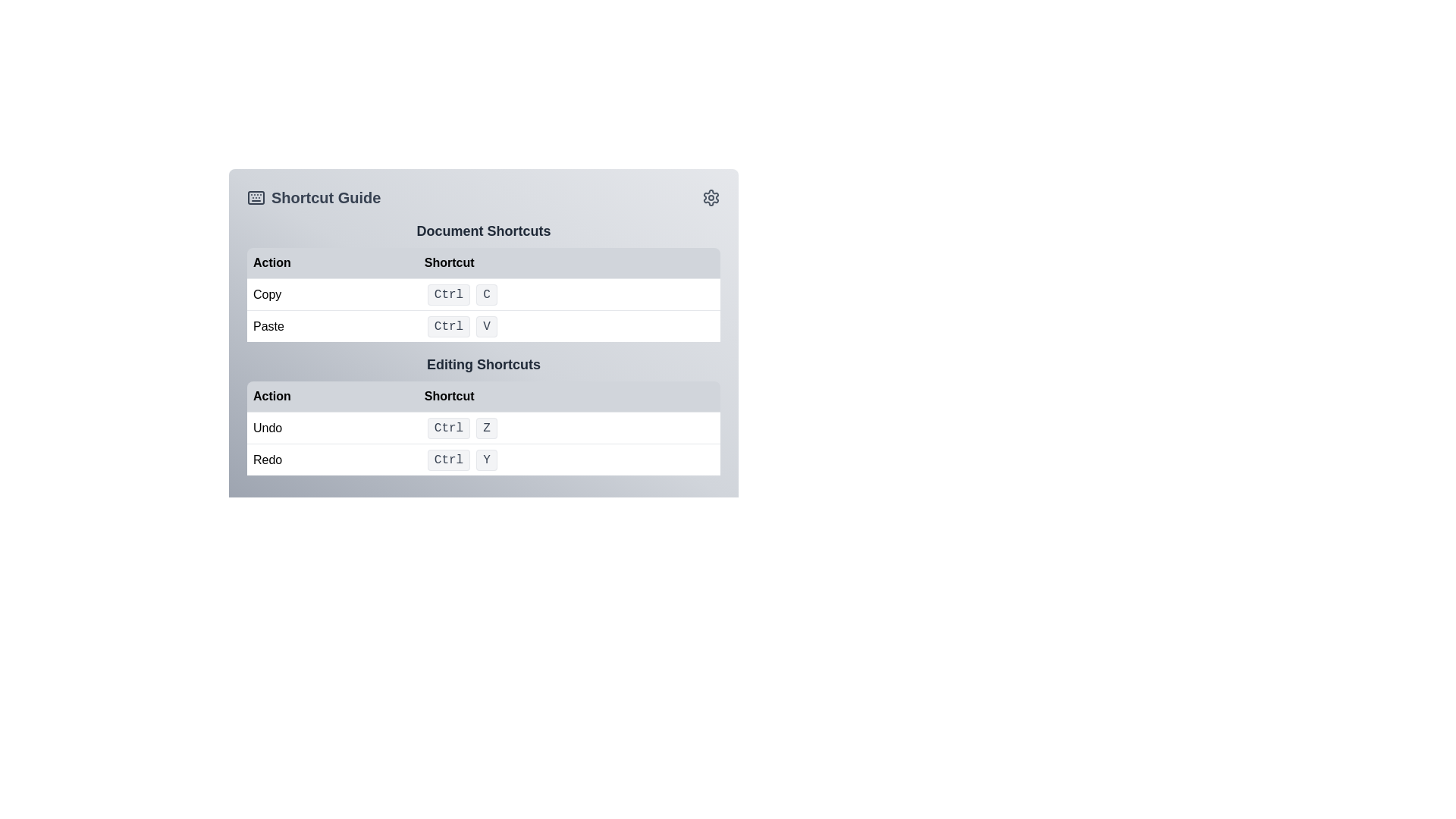  What do you see at coordinates (256, 197) in the screenshot?
I see `the keyboard icon graphical component within the SVG, which visually represents a key` at bounding box center [256, 197].